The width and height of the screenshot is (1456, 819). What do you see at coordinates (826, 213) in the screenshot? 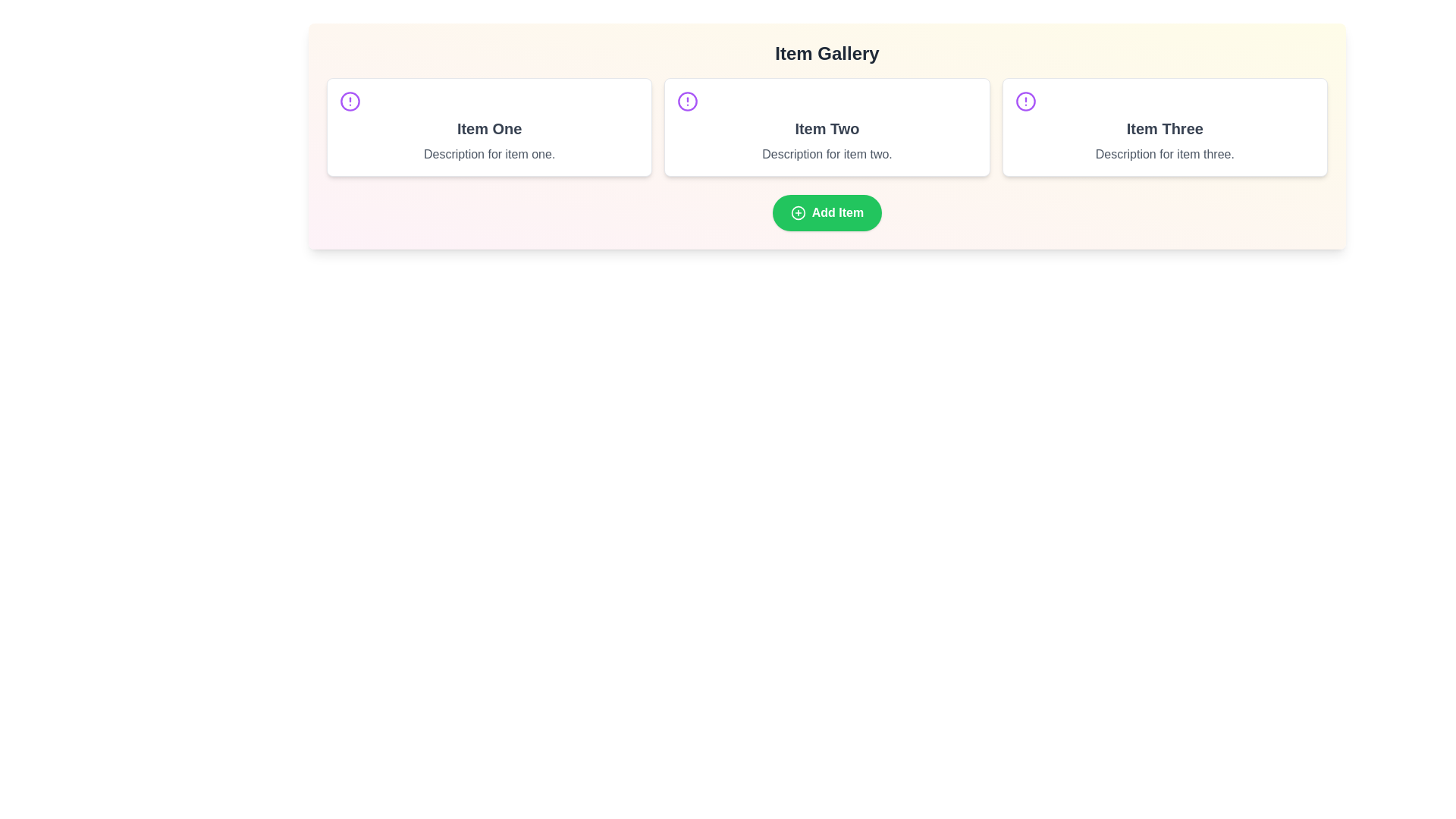
I see `the button located below the gallery of items 'Item One', 'Item Two', and 'Item Three'` at bounding box center [826, 213].